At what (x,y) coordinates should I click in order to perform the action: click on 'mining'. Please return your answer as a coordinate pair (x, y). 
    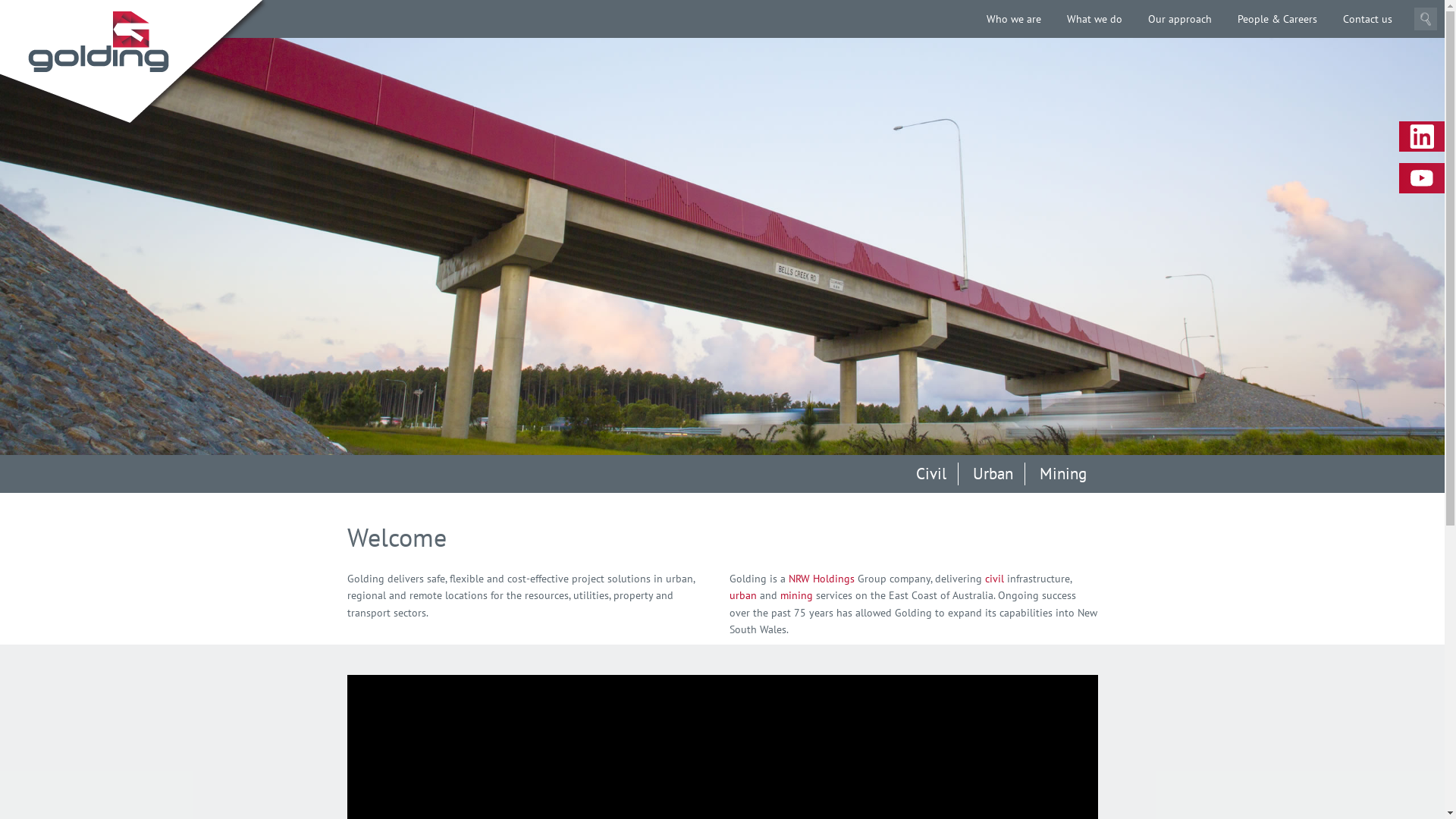
    Looking at the image, I should click on (795, 595).